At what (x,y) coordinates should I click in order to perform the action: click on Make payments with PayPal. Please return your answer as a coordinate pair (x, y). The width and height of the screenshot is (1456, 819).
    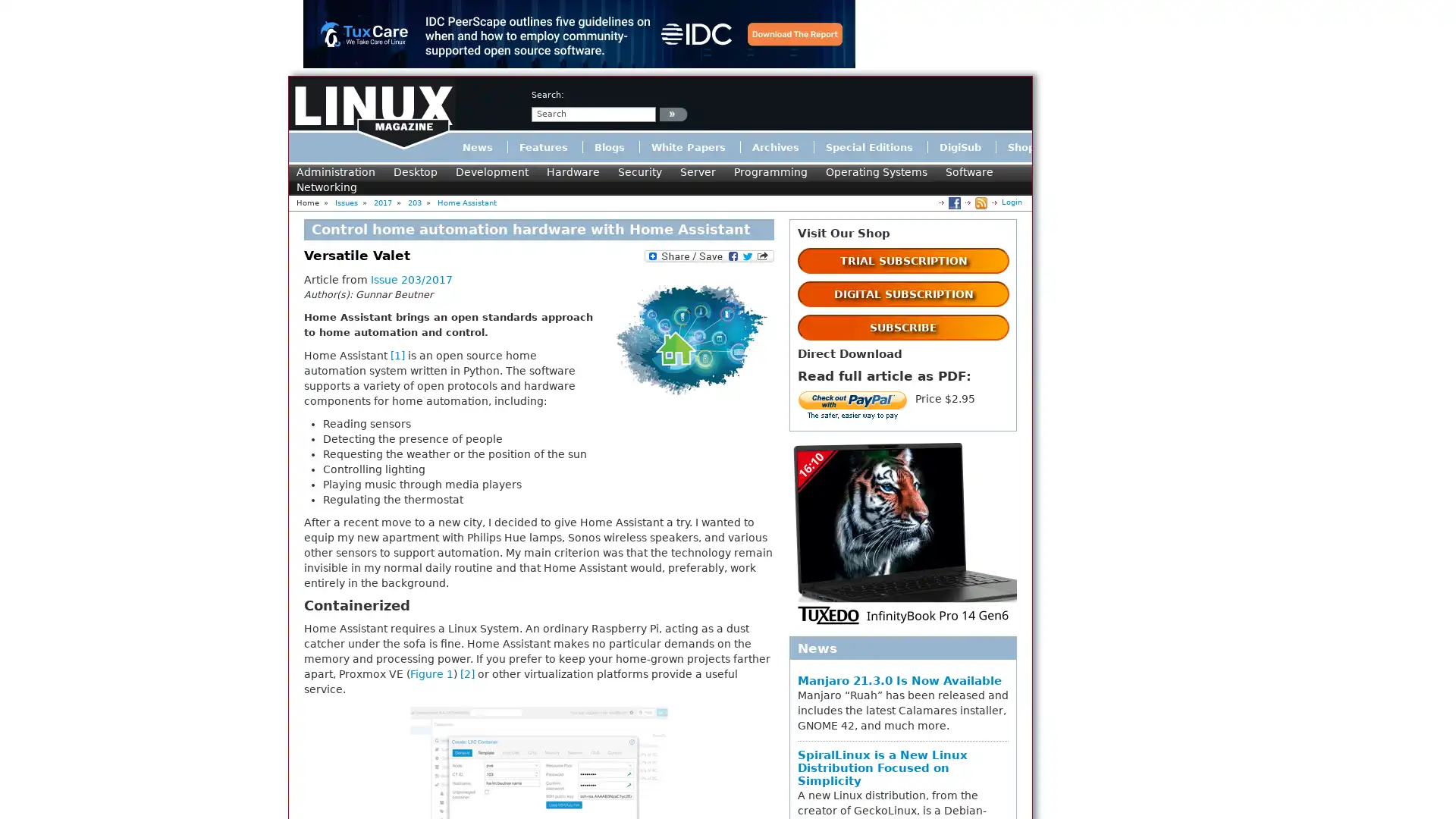
    Looking at the image, I should click on (852, 406).